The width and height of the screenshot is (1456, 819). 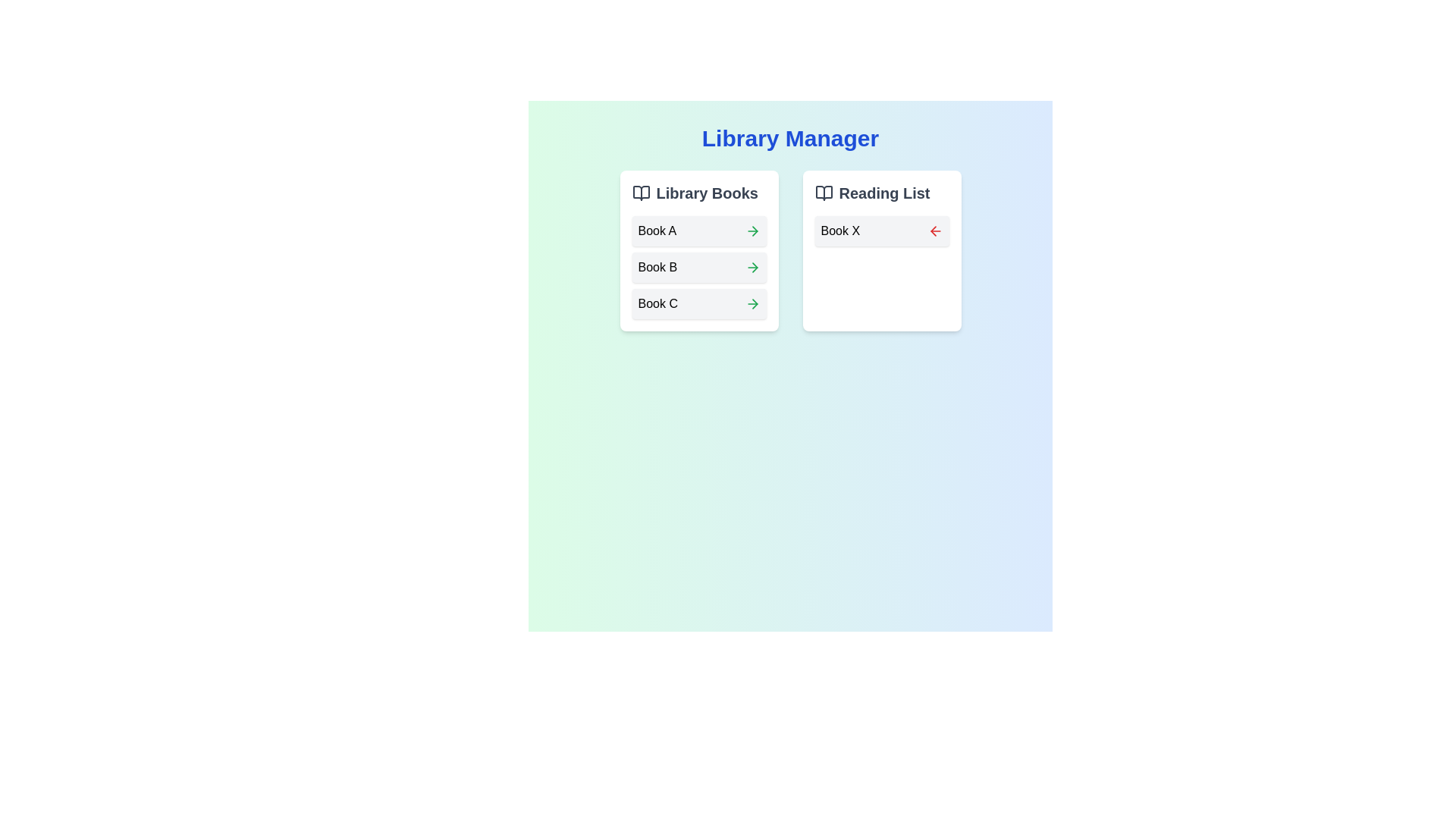 What do you see at coordinates (823, 192) in the screenshot?
I see `the Decorative Icon resembling an open book, located to the left of the 'Reading List' text` at bounding box center [823, 192].